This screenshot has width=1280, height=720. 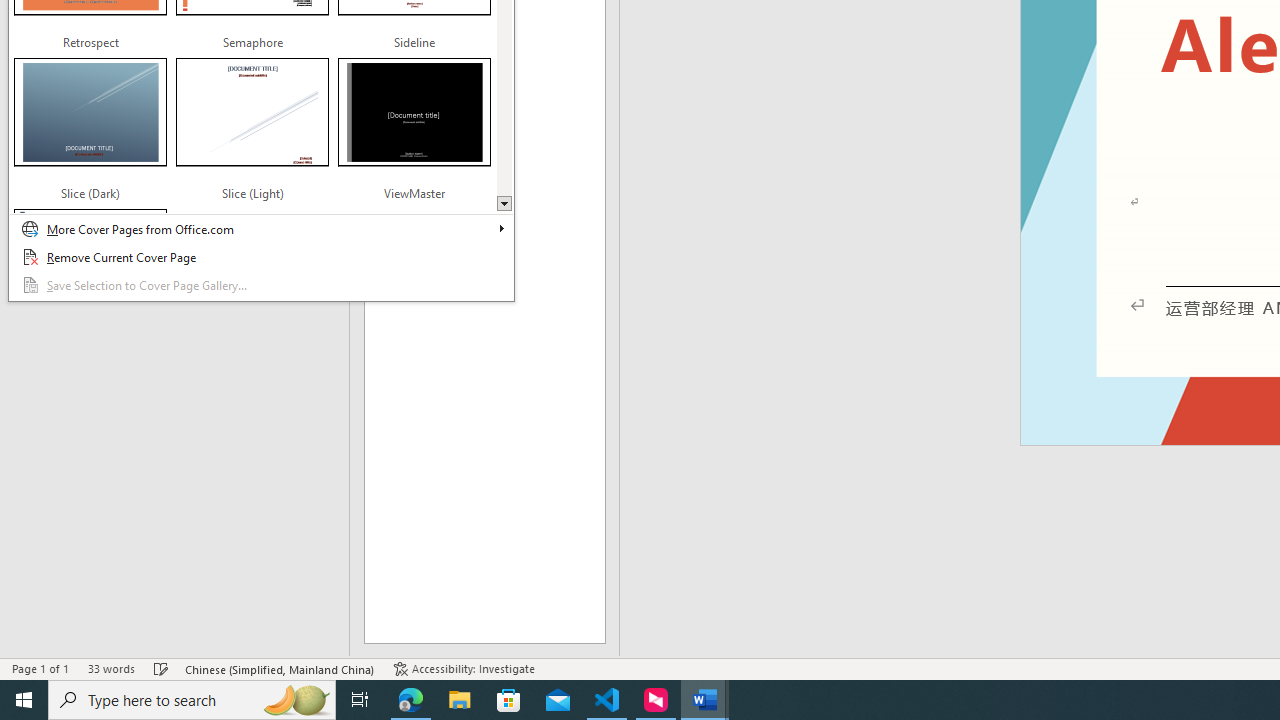 What do you see at coordinates (192, 698) in the screenshot?
I see `'Type here to search'` at bounding box center [192, 698].